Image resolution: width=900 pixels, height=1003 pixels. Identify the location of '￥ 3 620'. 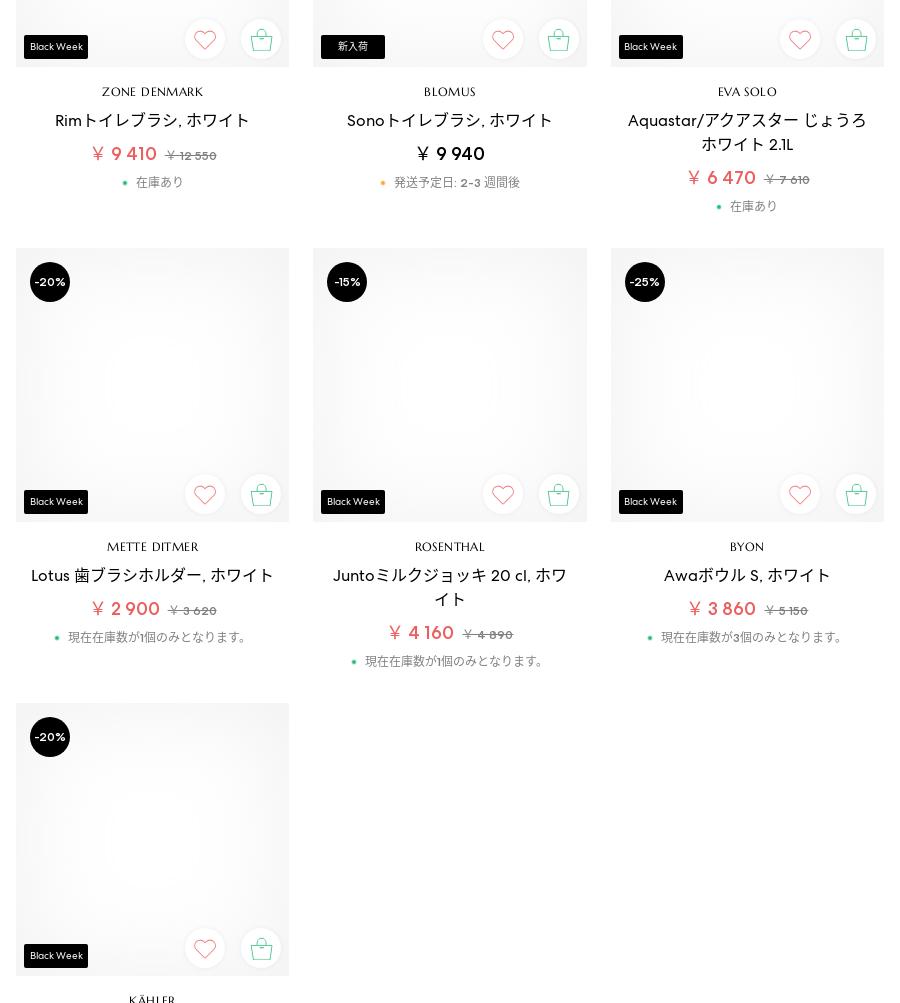
(191, 609).